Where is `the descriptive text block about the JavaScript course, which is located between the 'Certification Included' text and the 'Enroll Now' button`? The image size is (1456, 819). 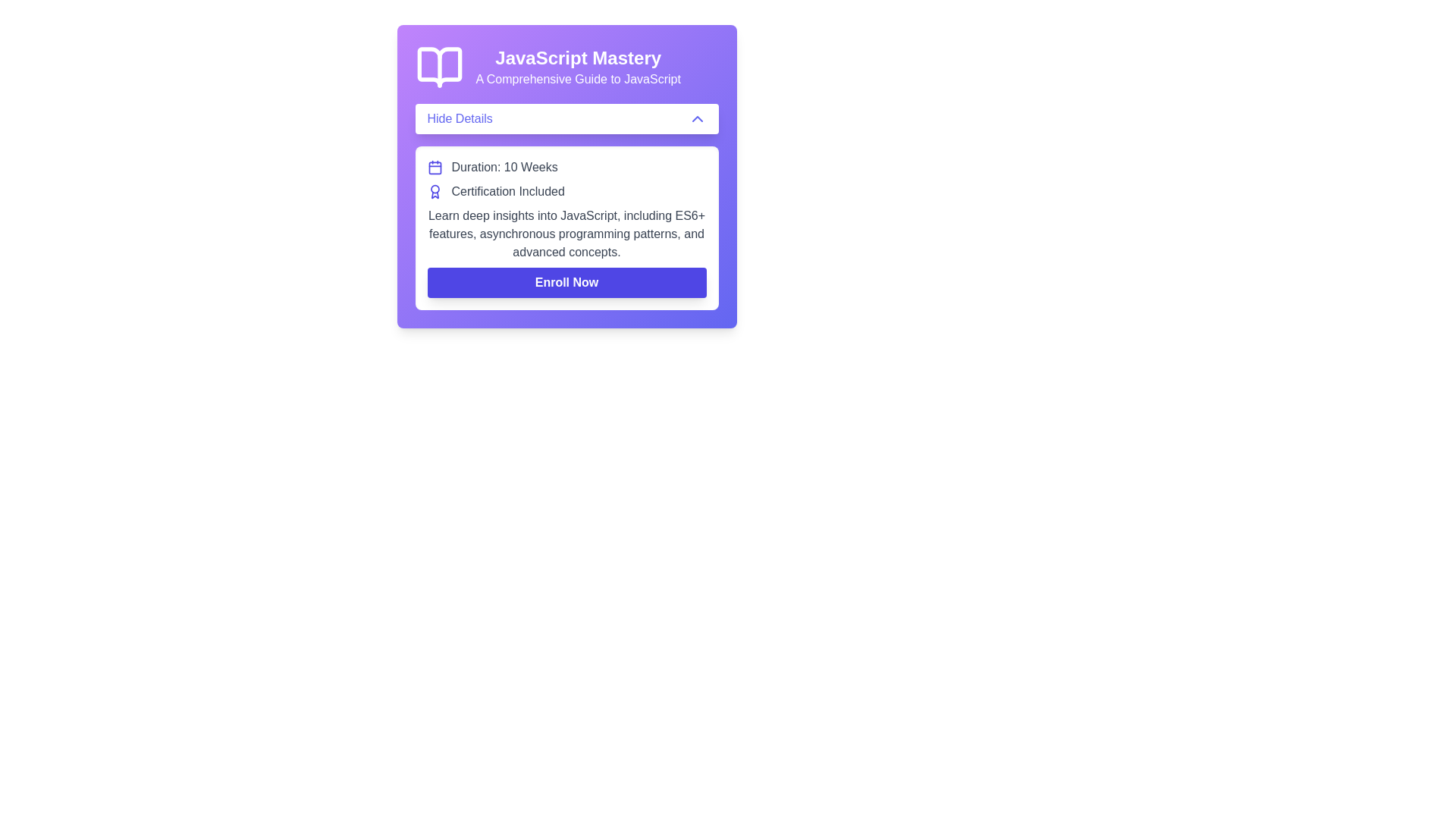
the descriptive text block about the JavaScript course, which is located between the 'Certification Included' text and the 'Enroll Now' button is located at coordinates (566, 234).